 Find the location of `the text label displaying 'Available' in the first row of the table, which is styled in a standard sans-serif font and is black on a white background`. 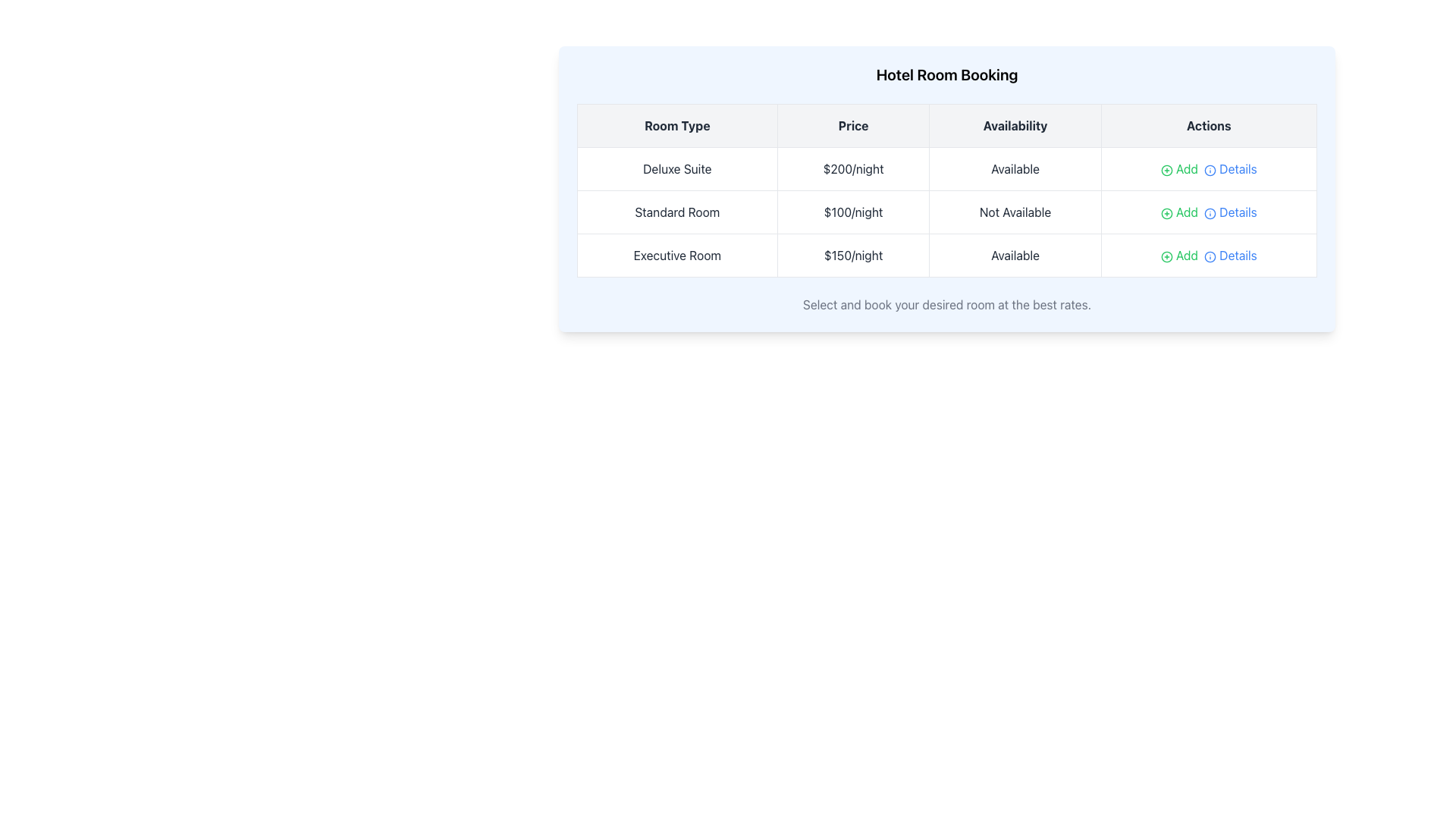

the text label displaying 'Available' in the first row of the table, which is styled in a standard sans-serif font and is black on a white background is located at coordinates (1015, 169).